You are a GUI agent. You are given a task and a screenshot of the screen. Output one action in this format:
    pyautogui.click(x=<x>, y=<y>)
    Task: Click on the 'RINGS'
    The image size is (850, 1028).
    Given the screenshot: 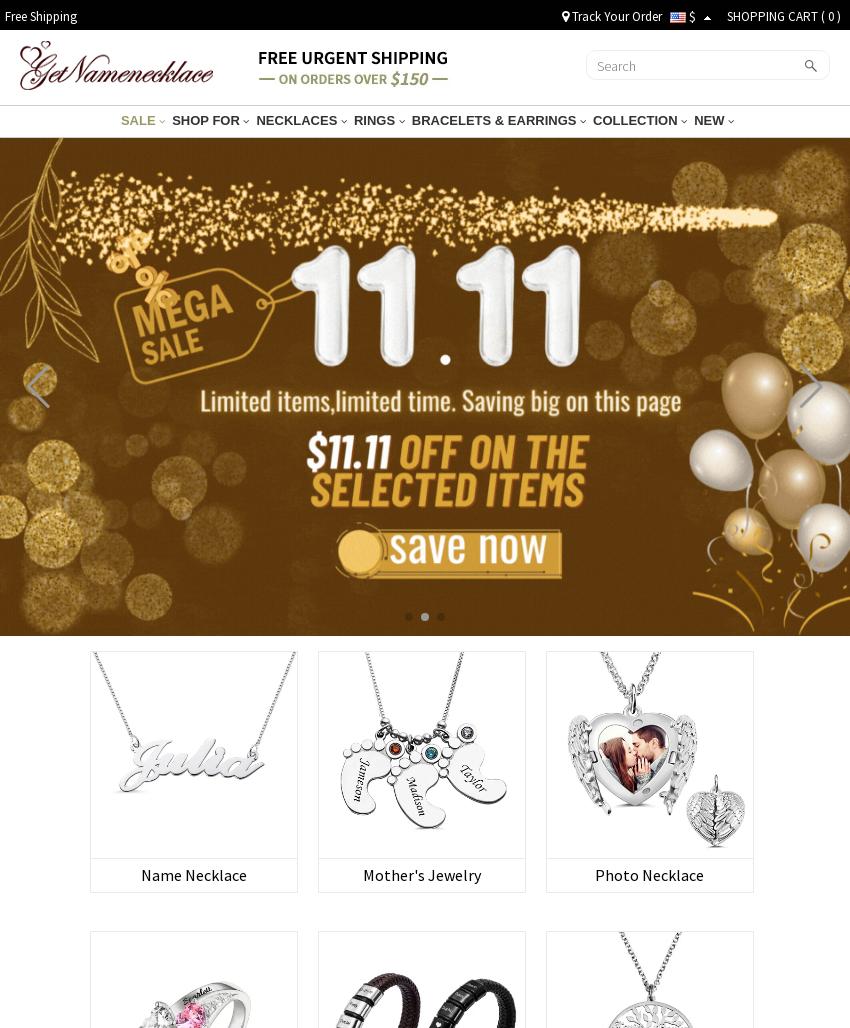 What is the action you would take?
    pyautogui.click(x=374, y=119)
    